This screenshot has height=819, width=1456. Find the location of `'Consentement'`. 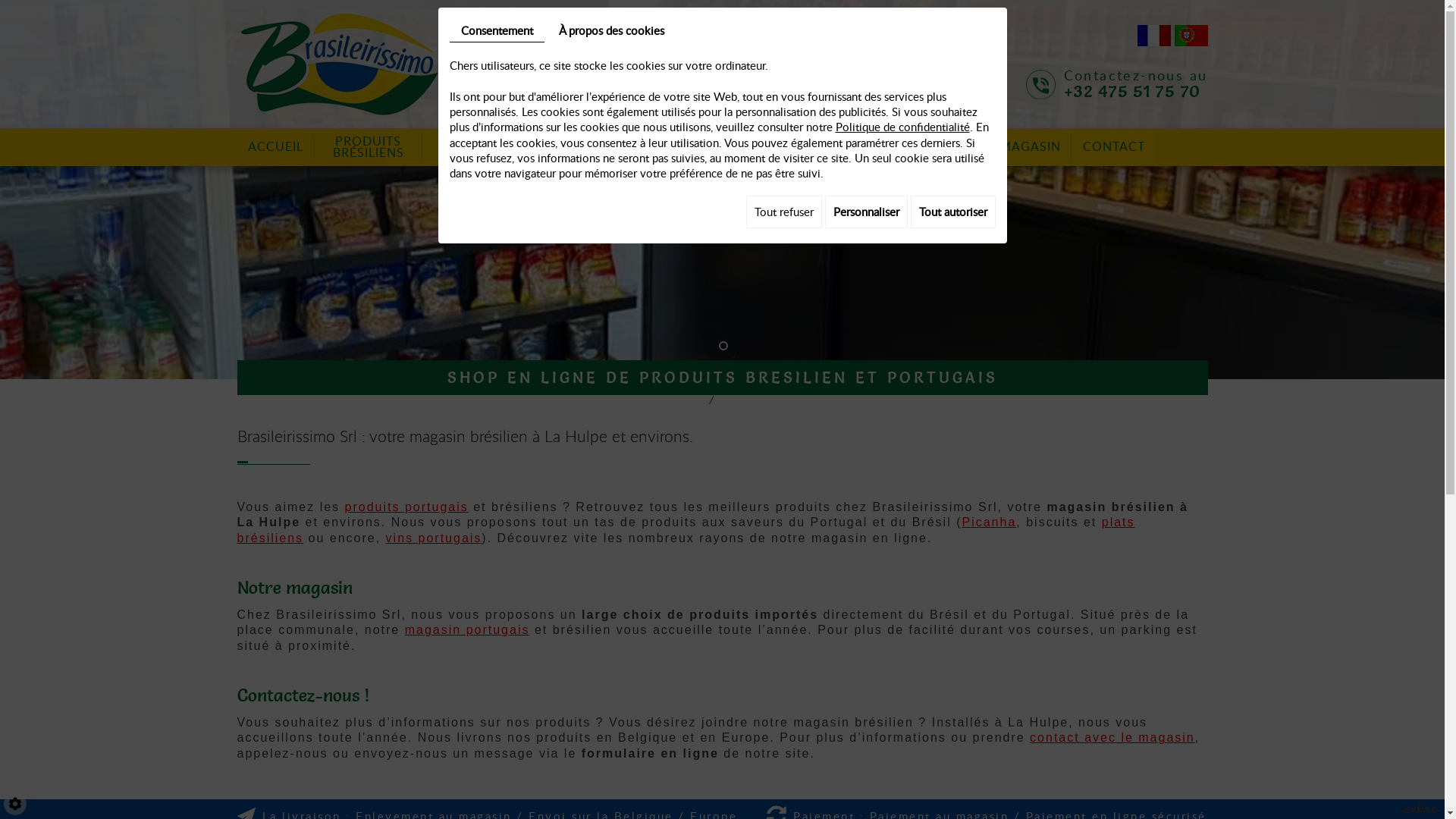

'Consentement' is located at coordinates (496, 30).